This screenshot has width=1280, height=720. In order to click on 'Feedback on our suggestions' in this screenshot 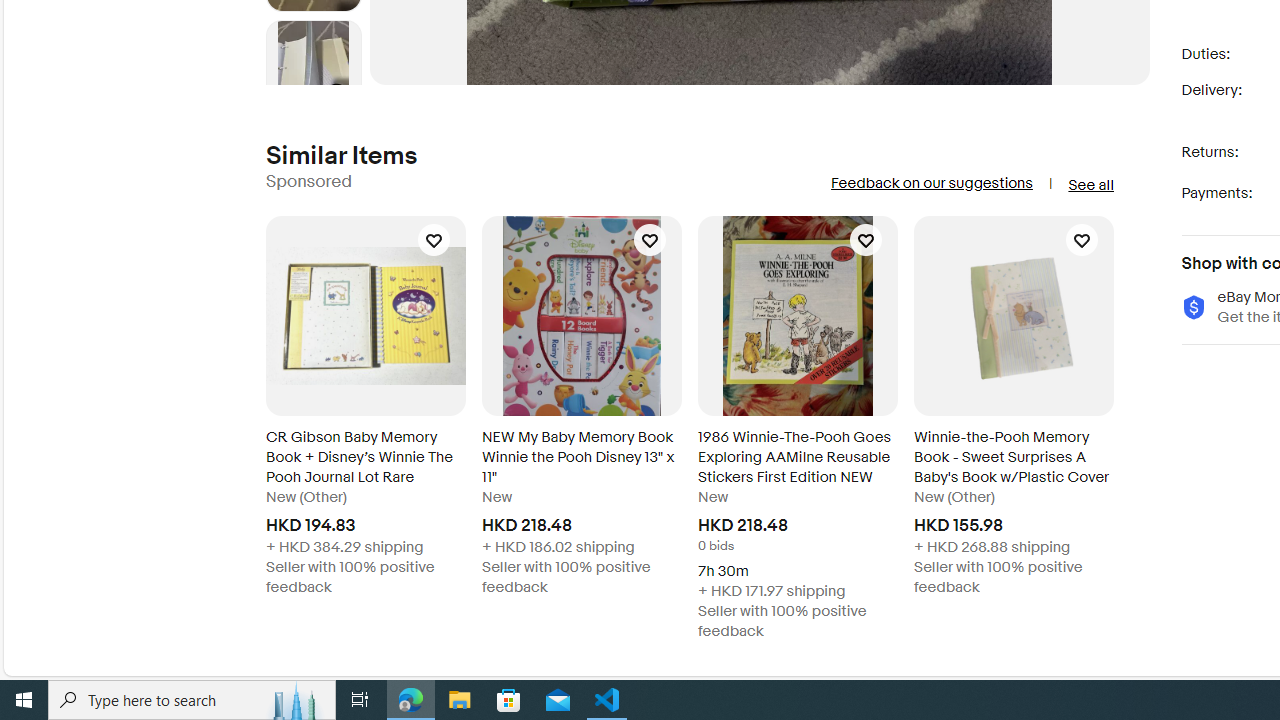, I will do `click(930, 183)`.